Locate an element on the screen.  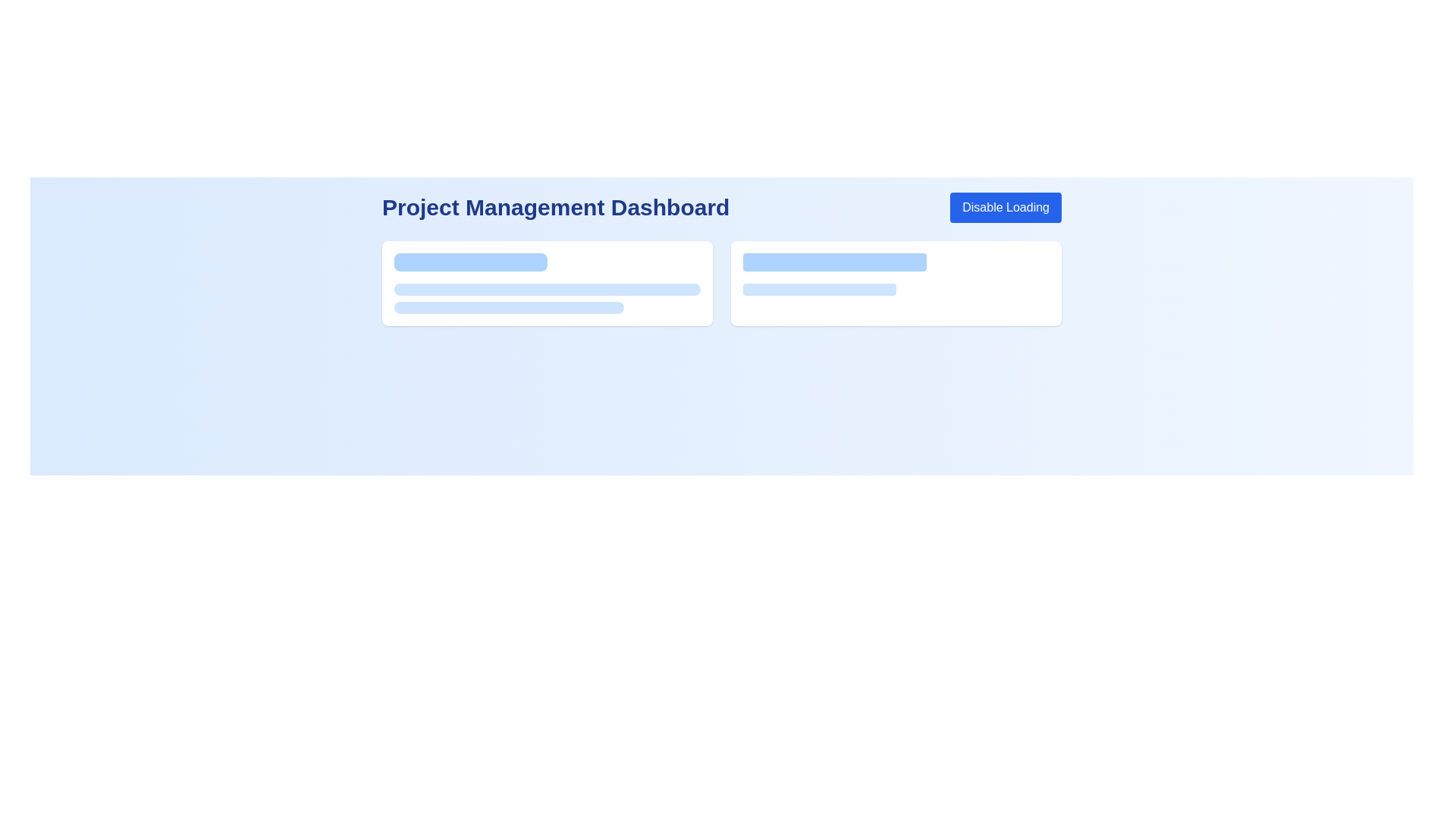
the loading placeholder located in the rightmost card of two adjacent cards, situated at the center point 1182x362 is located at coordinates (896, 275).